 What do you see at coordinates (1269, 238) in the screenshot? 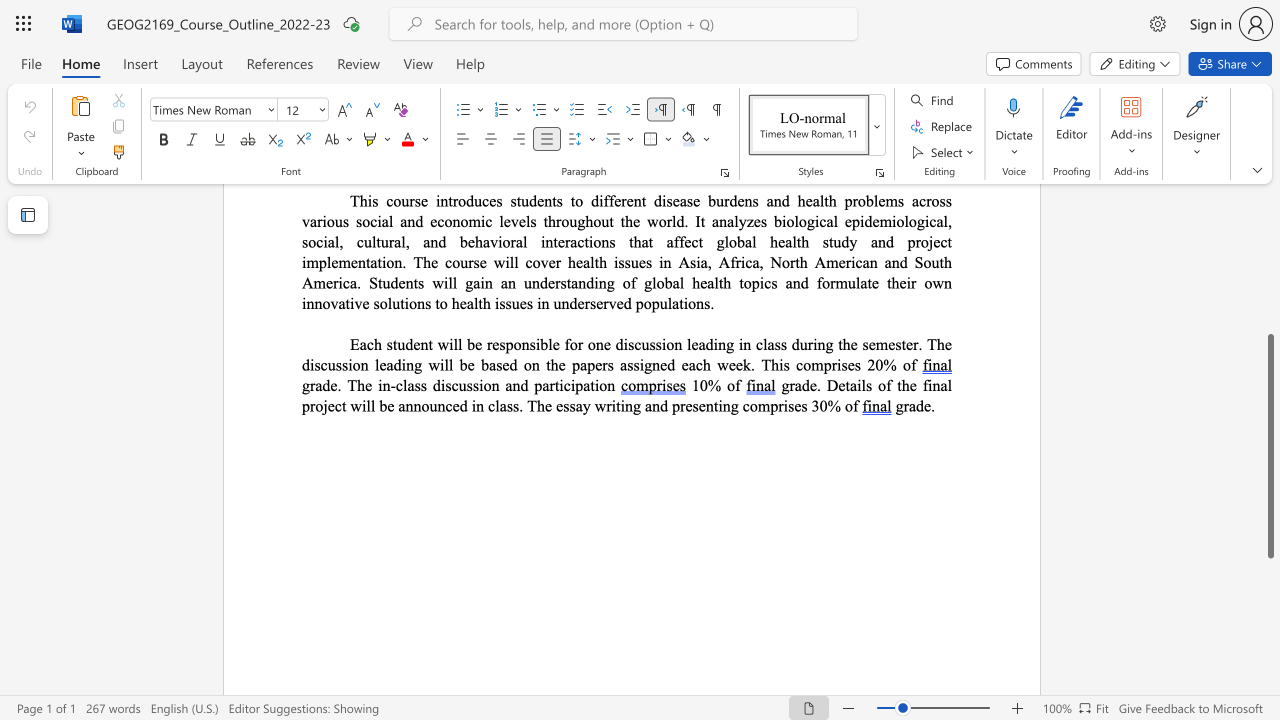
I see `the scrollbar to scroll the page up` at bounding box center [1269, 238].